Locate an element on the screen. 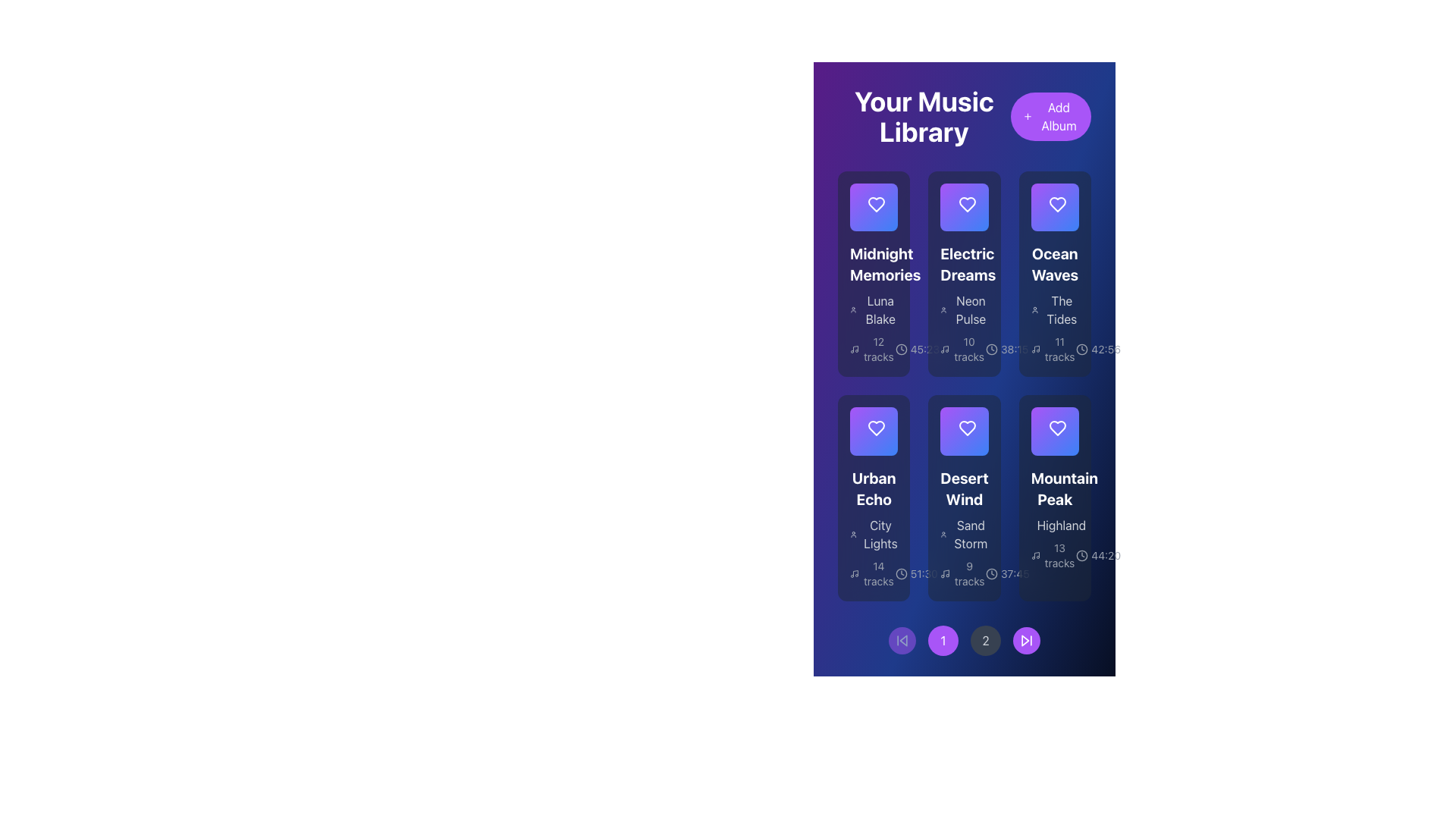  the circular button with a purple background and the white number '1' in its center for keyboard interaction is located at coordinates (942, 640).